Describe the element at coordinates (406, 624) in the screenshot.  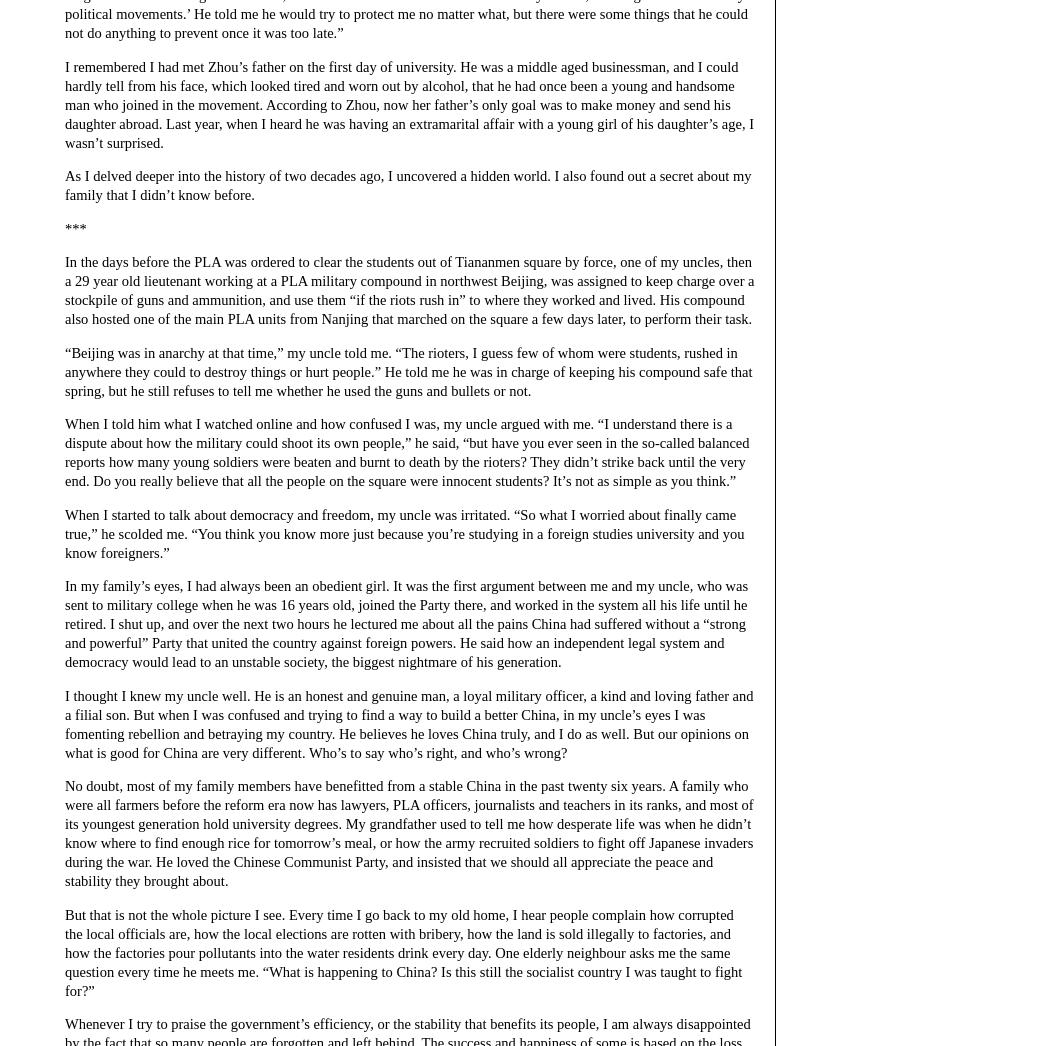
I see `'In my family’s eyes, I had always been an obedient girl. It was the first argument between me and my uncle, who was sent to military college when he was 16 years old, joined the Party there, and worked in the system all his life until he retired. I shut up, and over the next two hours he lectured me about all the pains China had suffered without a “strong and powerful” Party that united the country against foreign powers. He said how an independent legal system and democracy would lead to an unstable society, the biggest nightmare of his generation.'` at that location.